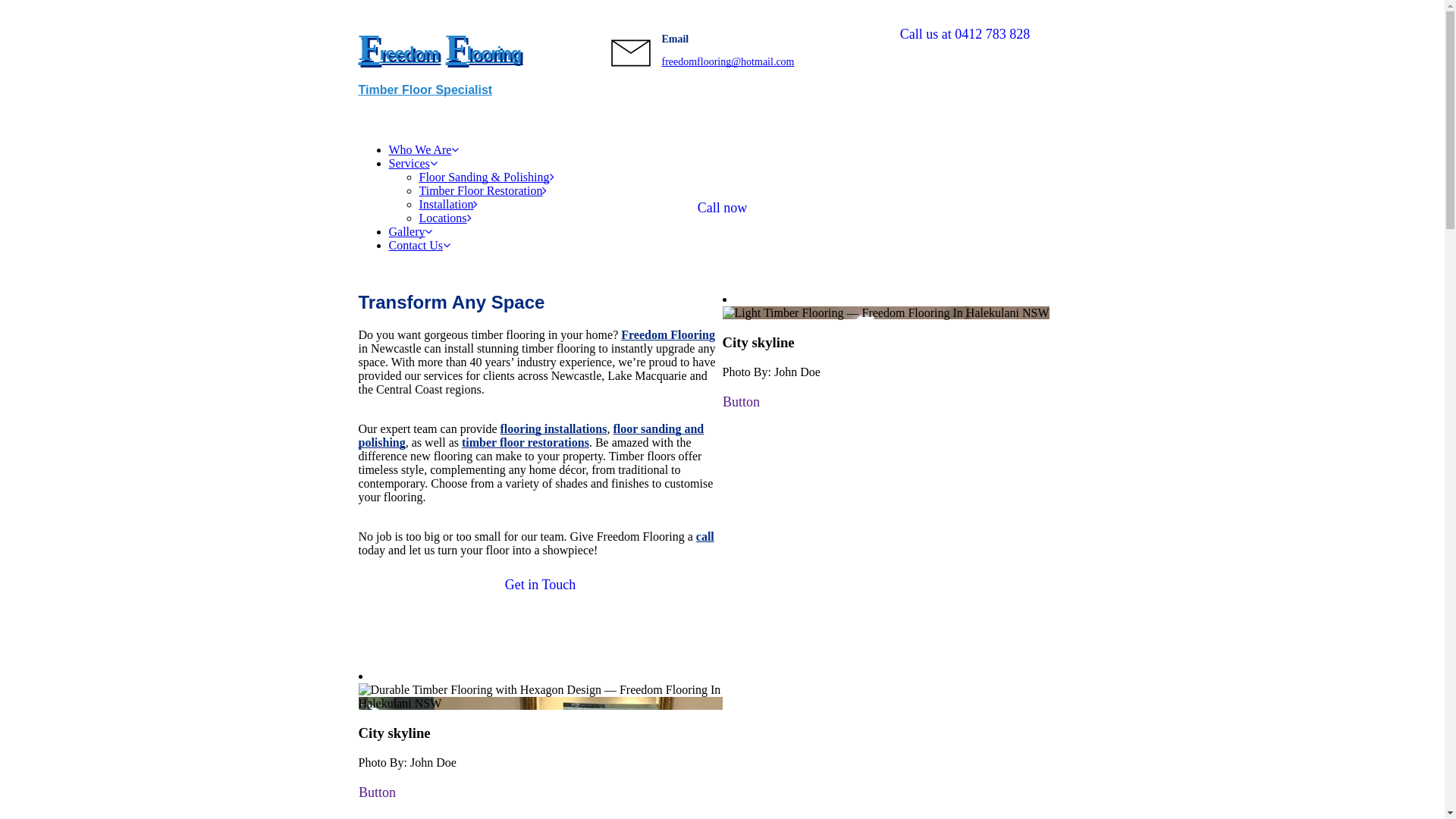 The height and width of the screenshot is (819, 1456). What do you see at coordinates (444, 218) in the screenshot?
I see `'Locations'` at bounding box center [444, 218].